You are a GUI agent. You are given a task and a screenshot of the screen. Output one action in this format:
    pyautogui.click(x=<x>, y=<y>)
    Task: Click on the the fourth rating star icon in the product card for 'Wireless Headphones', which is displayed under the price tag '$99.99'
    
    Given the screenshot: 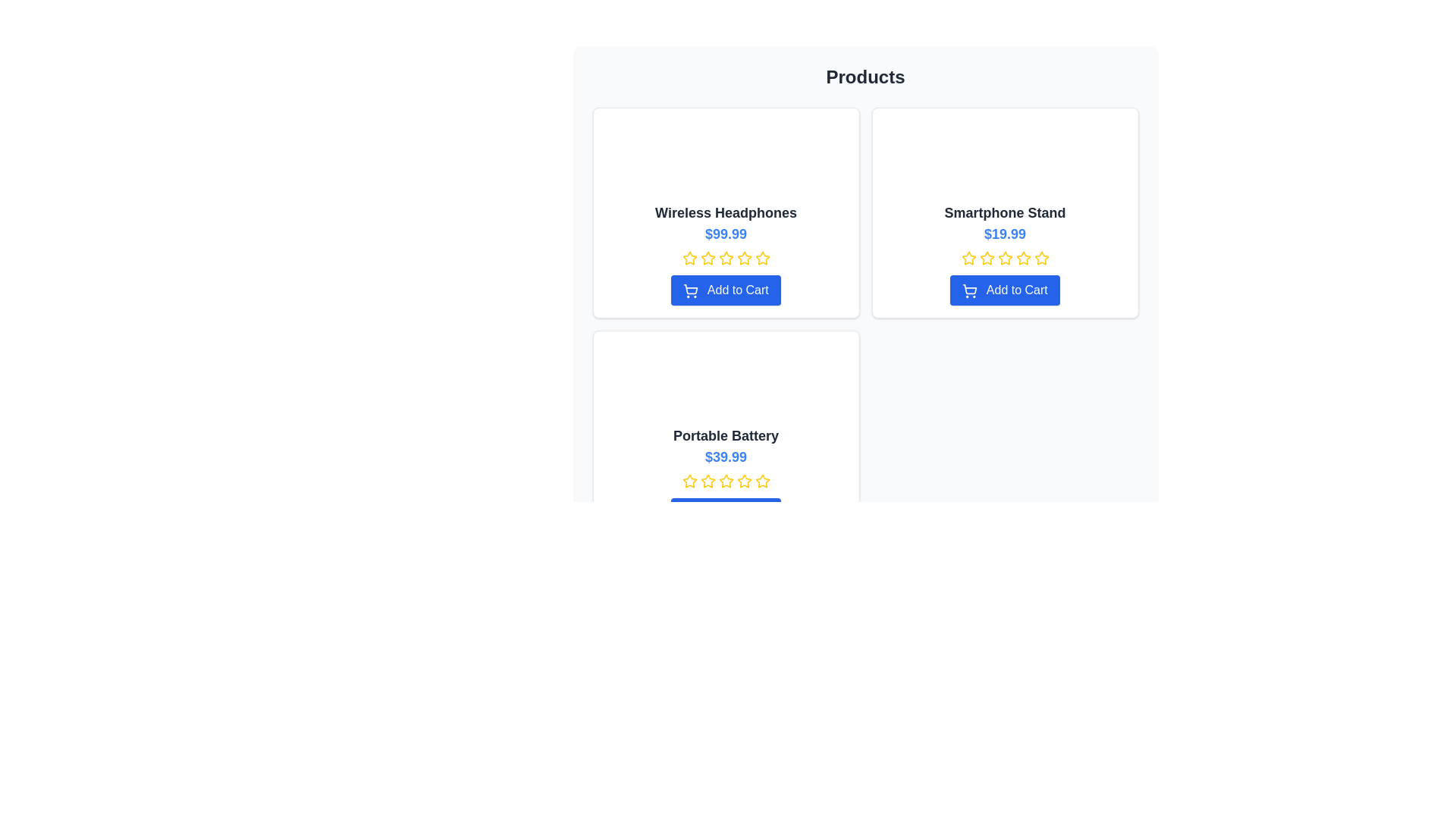 What is the action you would take?
    pyautogui.click(x=725, y=257)
    